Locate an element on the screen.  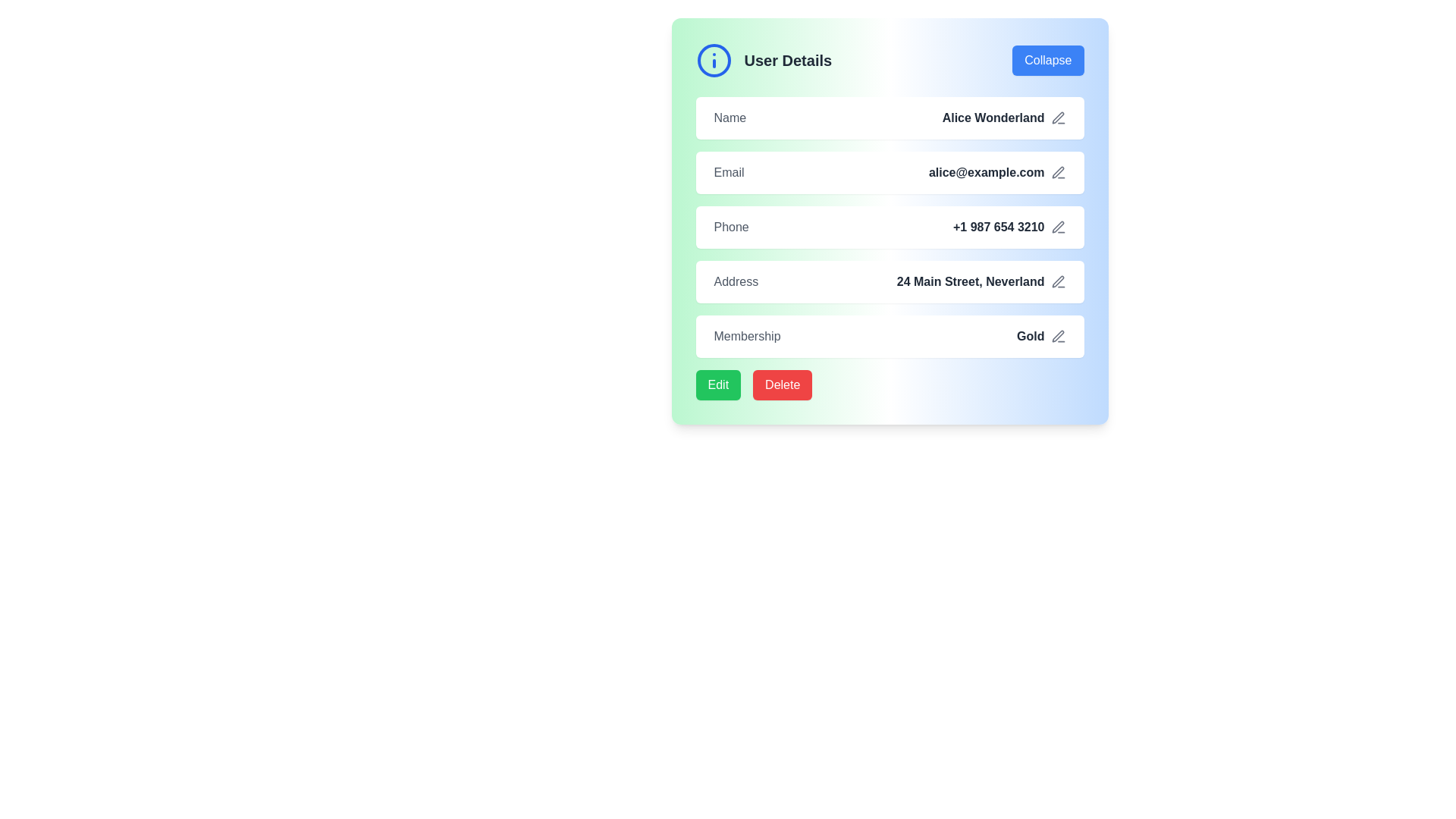
the delete button located to the right of the green 'Edit' button in the horizontal button group at the bottom of the card to initiate the delete action is located at coordinates (783, 384).